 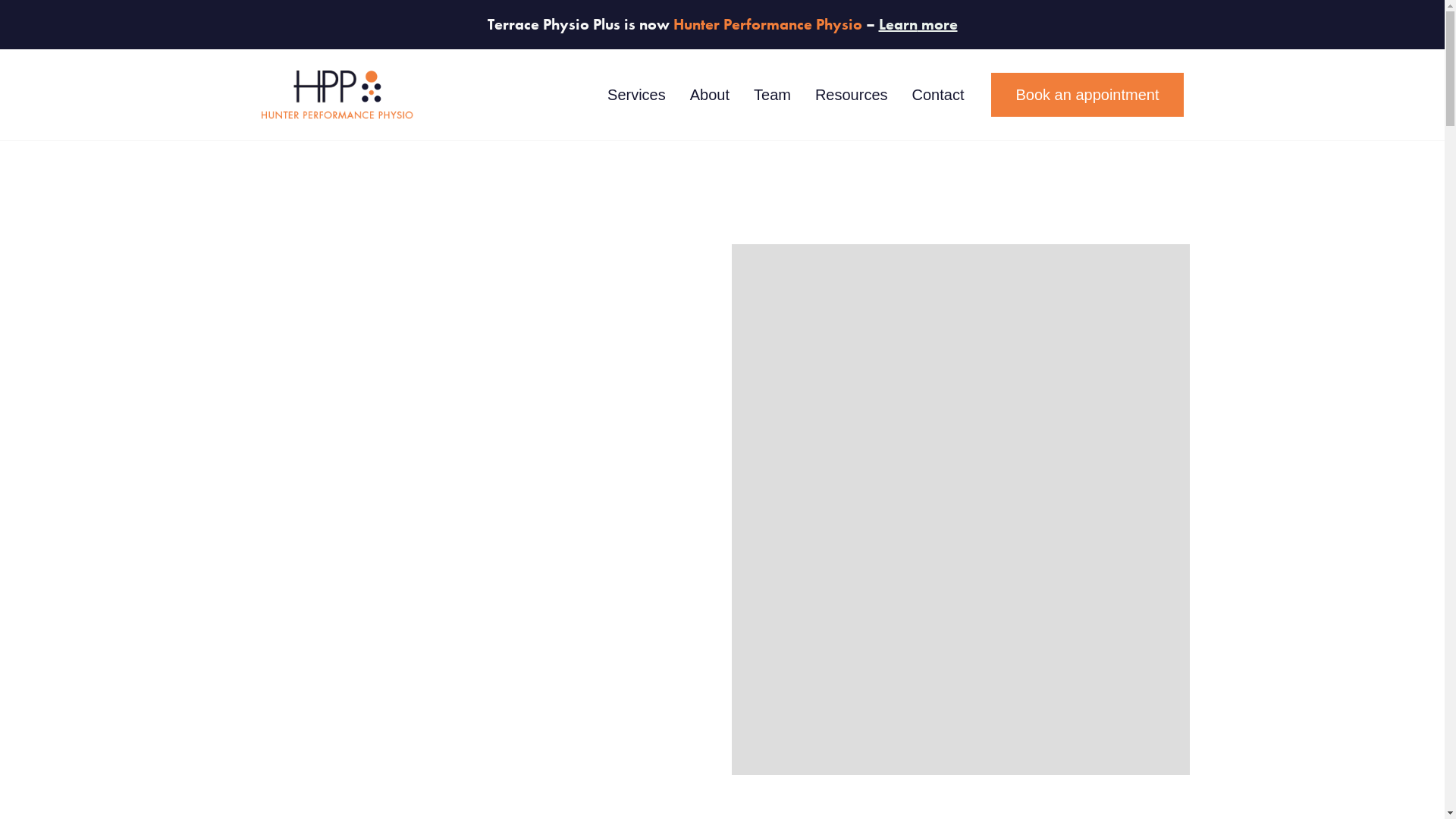 What do you see at coordinates (990, 95) in the screenshot?
I see `'Book an appointment'` at bounding box center [990, 95].